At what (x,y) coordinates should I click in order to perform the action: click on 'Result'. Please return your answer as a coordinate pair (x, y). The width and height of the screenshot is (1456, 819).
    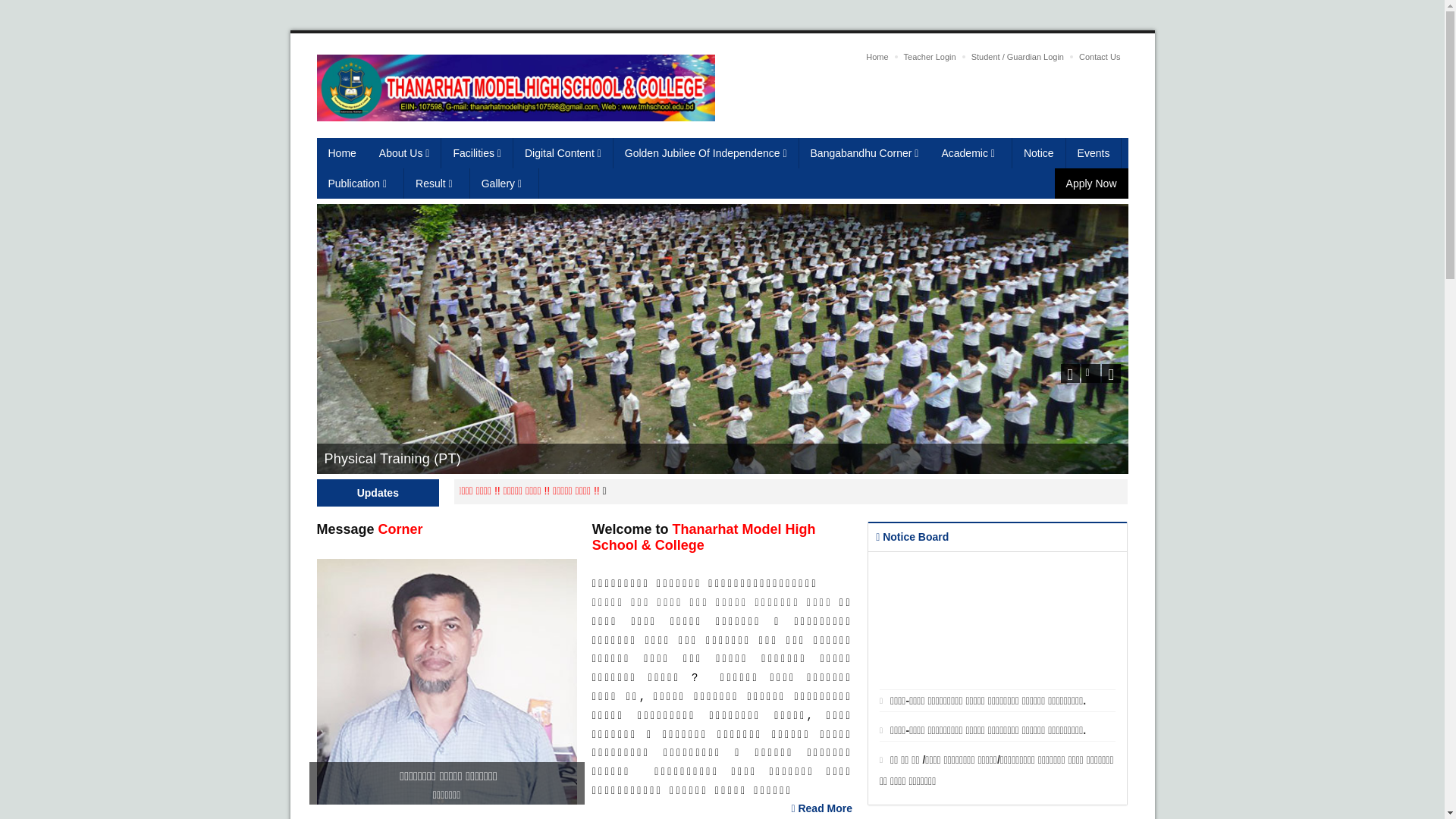
    Looking at the image, I should click on (436, 183).